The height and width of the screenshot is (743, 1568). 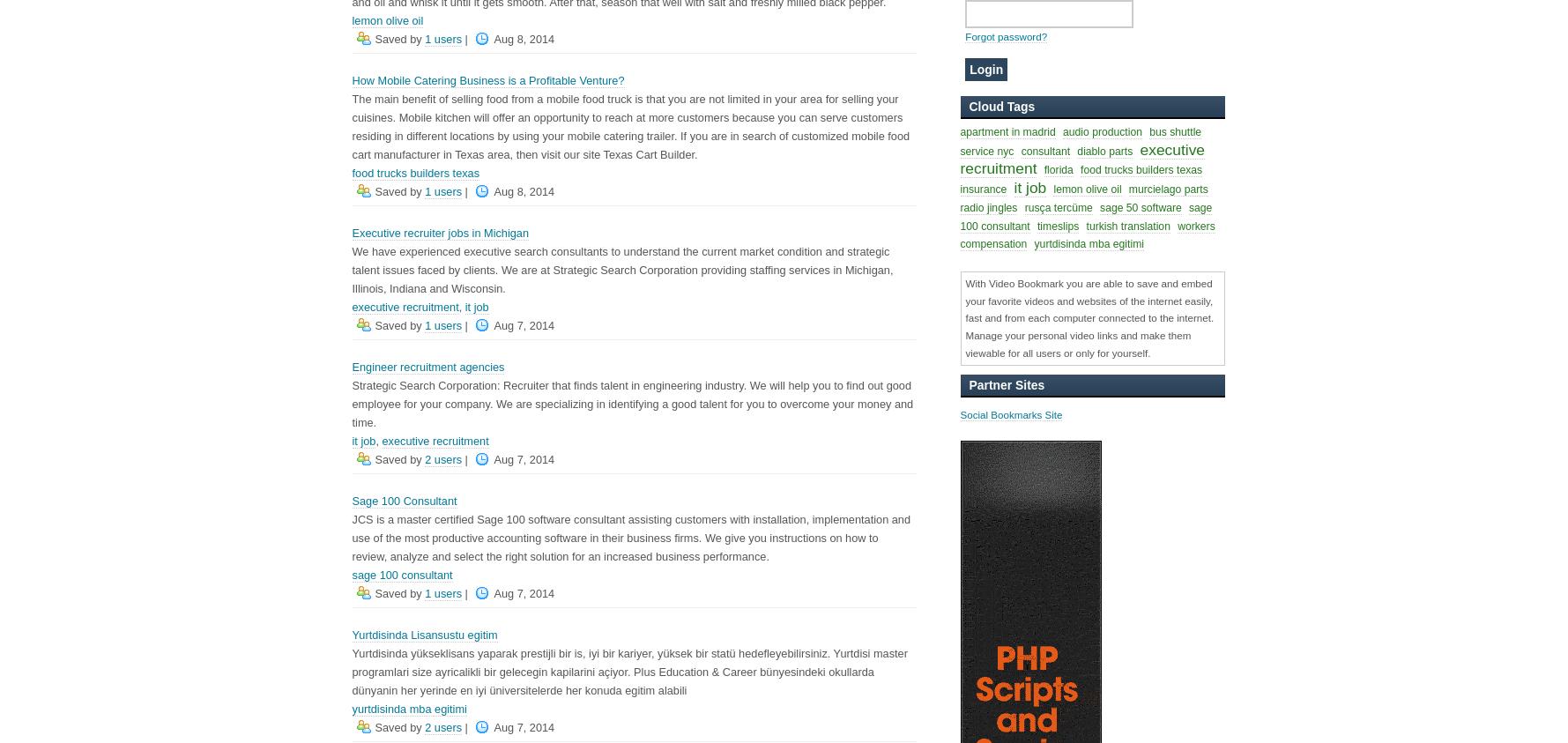 What do you see at coordinates (1056, 226) in the screenshot?
I see `'timeslips'` at bounding box center [1056, 226].